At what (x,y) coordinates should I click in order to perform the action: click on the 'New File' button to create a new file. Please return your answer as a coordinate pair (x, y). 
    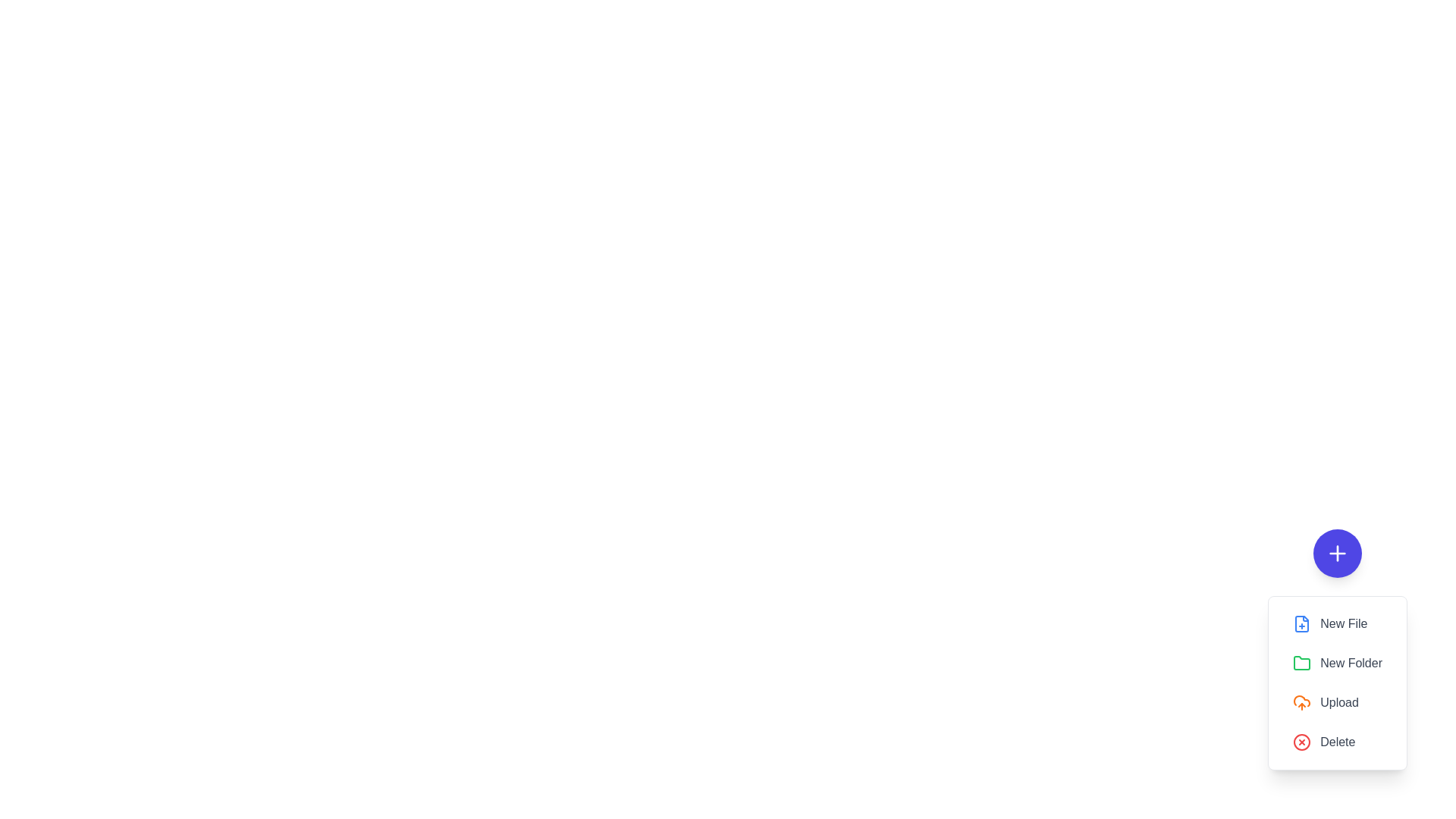
    Looking at the image, I should click on (1338, 623).